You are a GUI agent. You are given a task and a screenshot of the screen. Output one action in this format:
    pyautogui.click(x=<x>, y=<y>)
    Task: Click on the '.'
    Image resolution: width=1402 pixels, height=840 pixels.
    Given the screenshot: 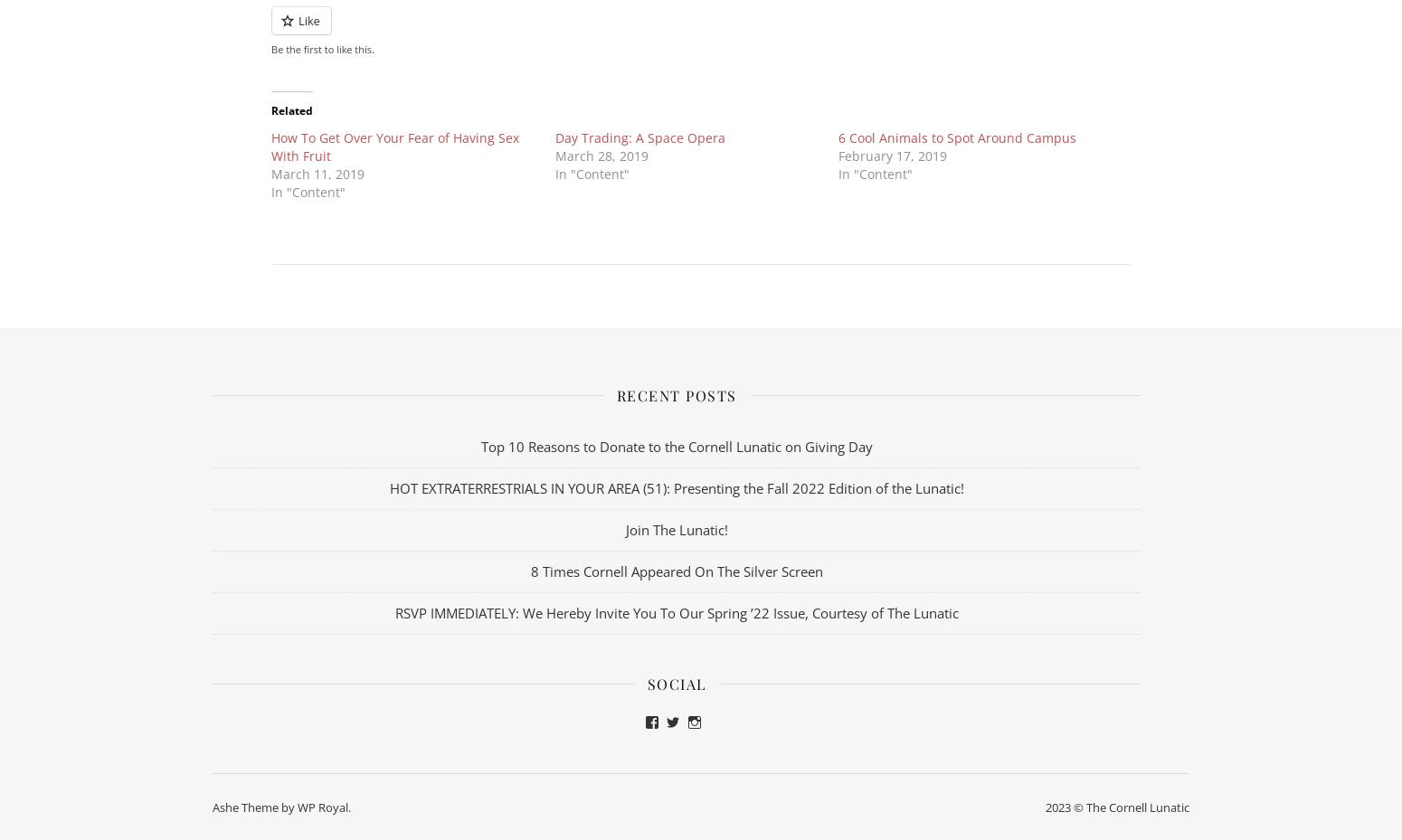 What is the action you would take?
    pyautogui.click(x=348, y=807)
    